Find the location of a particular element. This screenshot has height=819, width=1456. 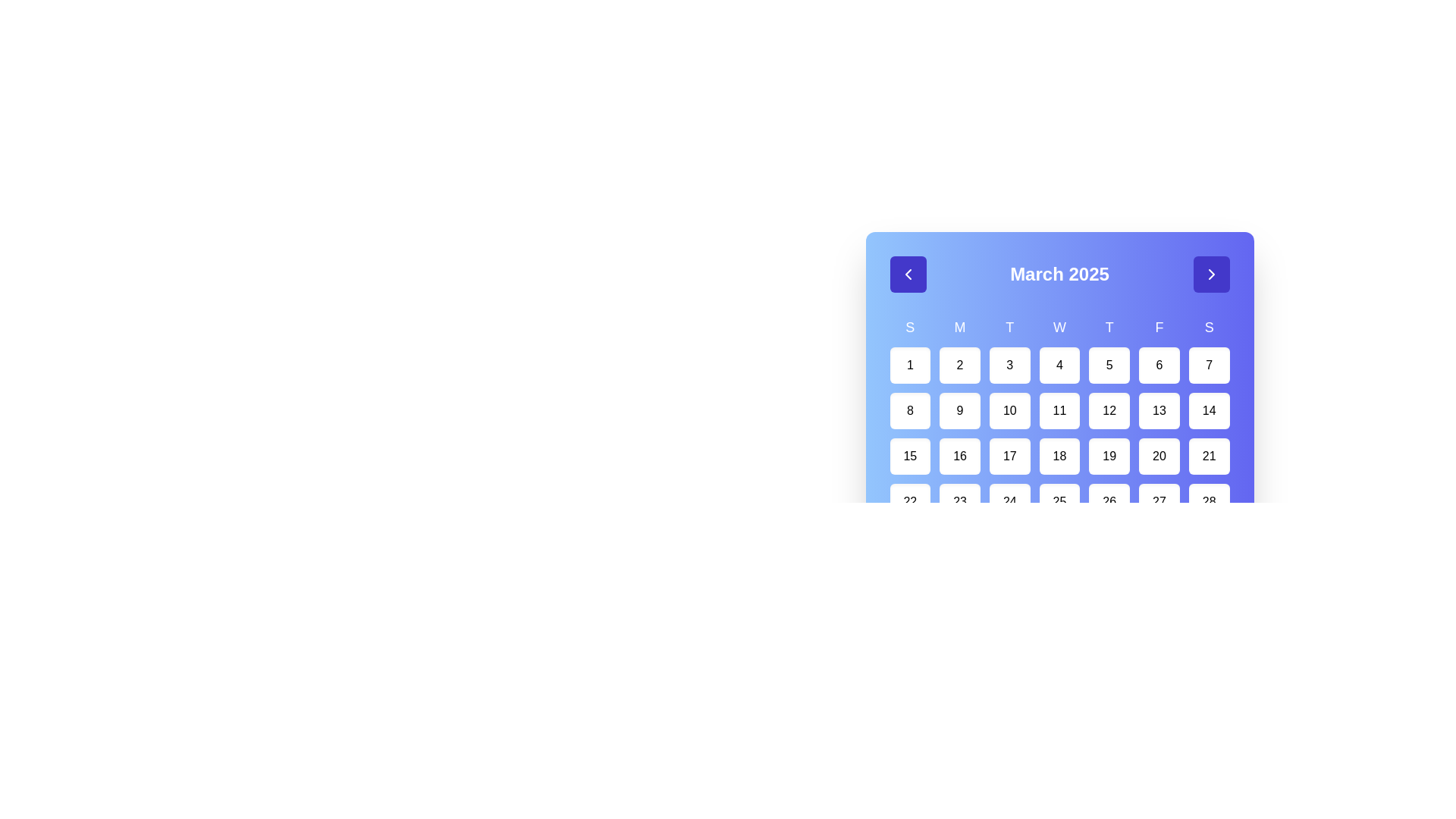

the rounded white button containing the numeral '4' in the calendar interface is located at coordinates (1059, 366).